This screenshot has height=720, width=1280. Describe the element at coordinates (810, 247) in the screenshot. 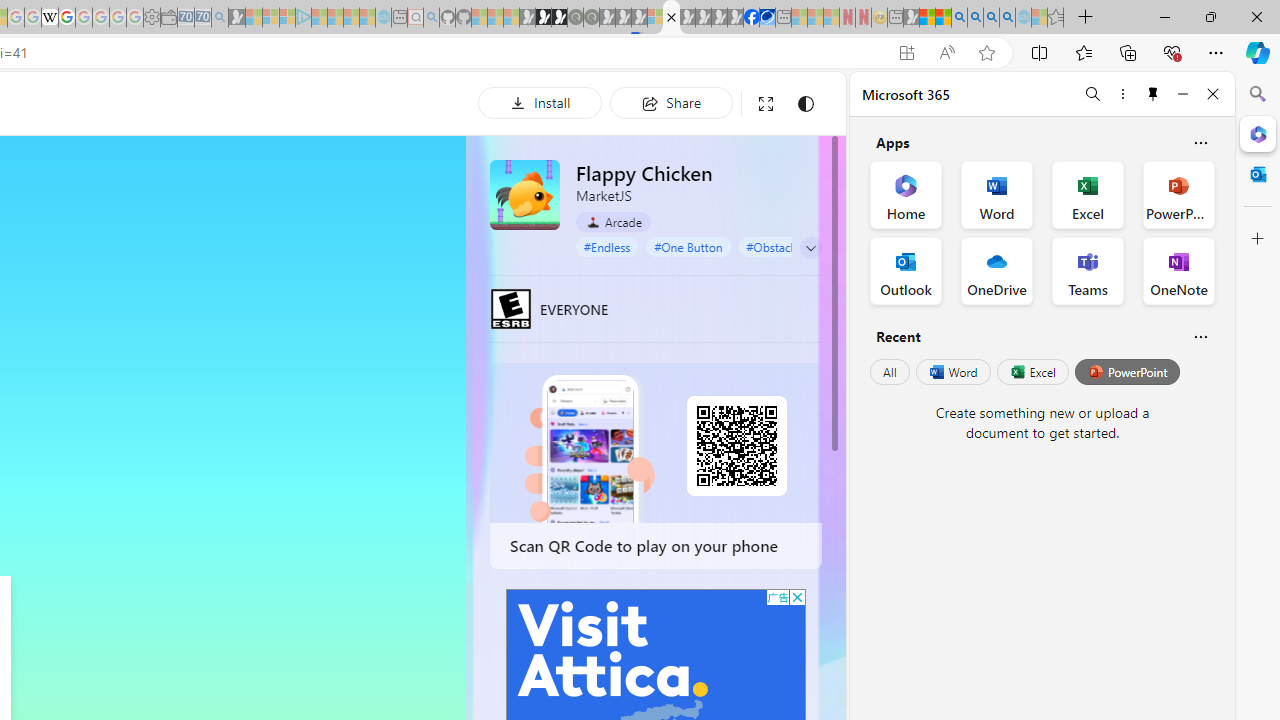

I see `'Class: expand-arrow neutral'` at that location.